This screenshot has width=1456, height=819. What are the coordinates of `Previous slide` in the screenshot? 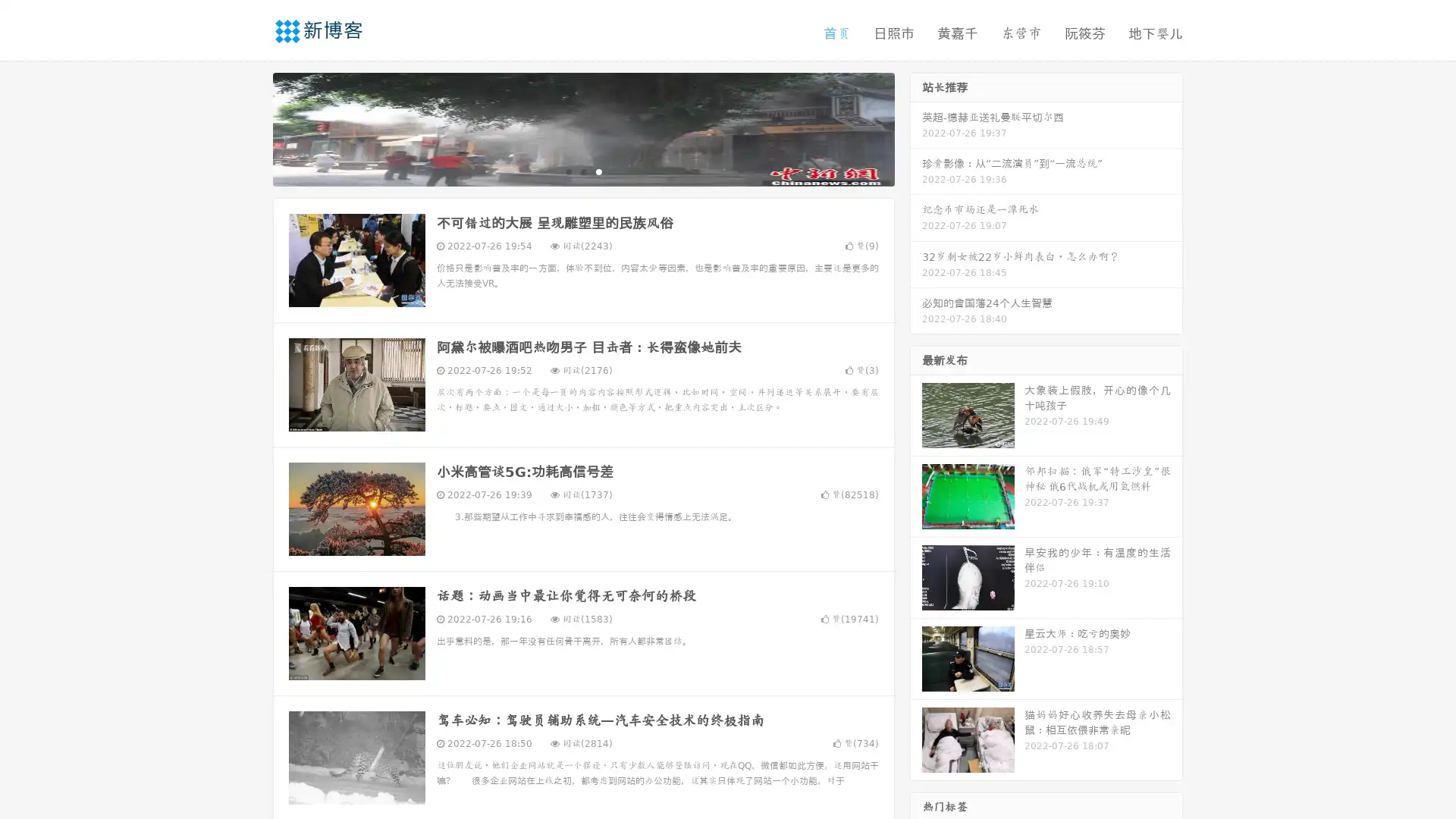 It's located at (250, 127).